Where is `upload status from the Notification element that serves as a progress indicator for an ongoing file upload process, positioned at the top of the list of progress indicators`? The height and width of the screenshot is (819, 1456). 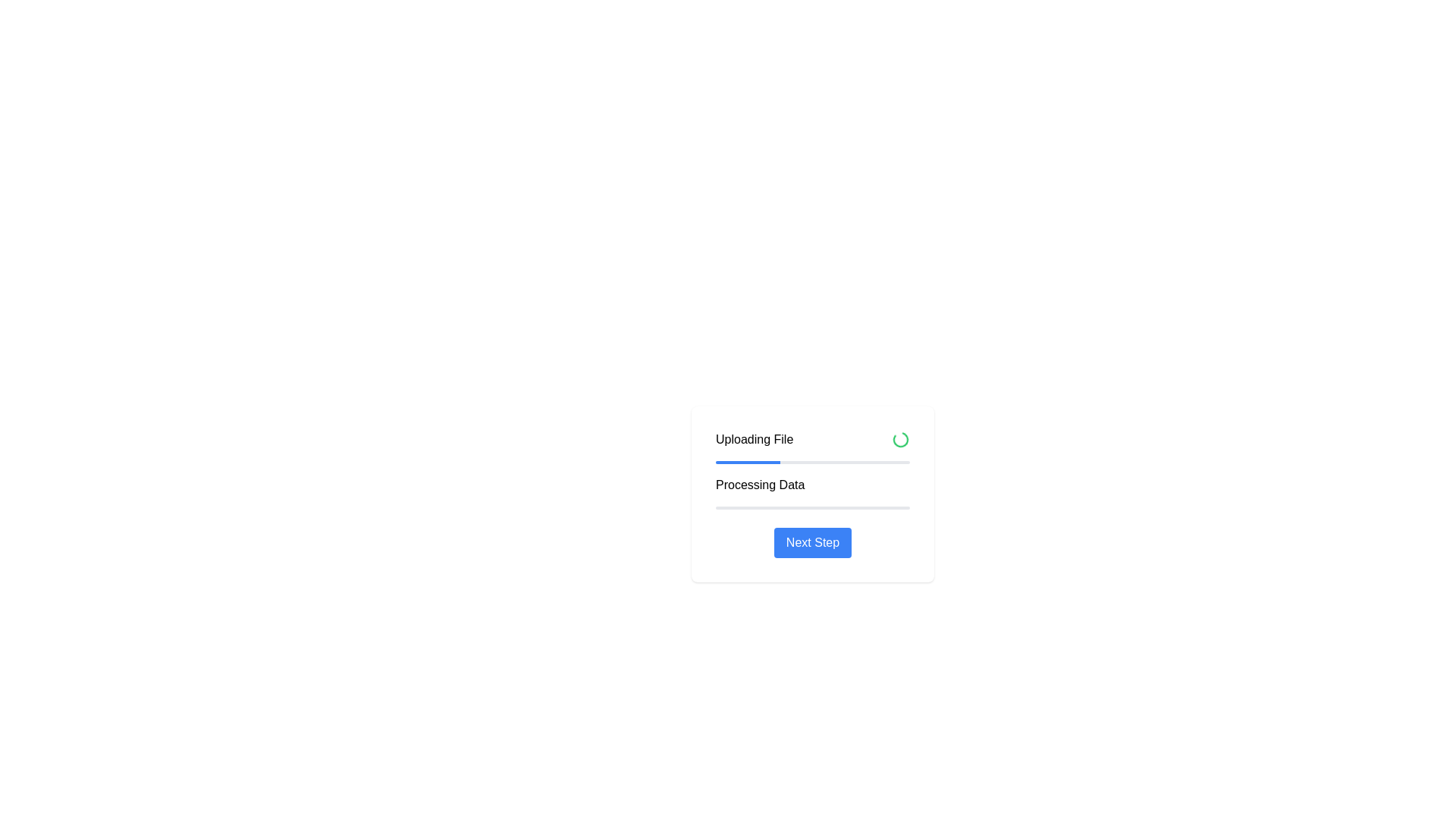 upload status from the Notification element that serves as a progress indicator for an ongoing file upload process, positioned at the top of the list of progress indicators is located at coordinates (811, 439).